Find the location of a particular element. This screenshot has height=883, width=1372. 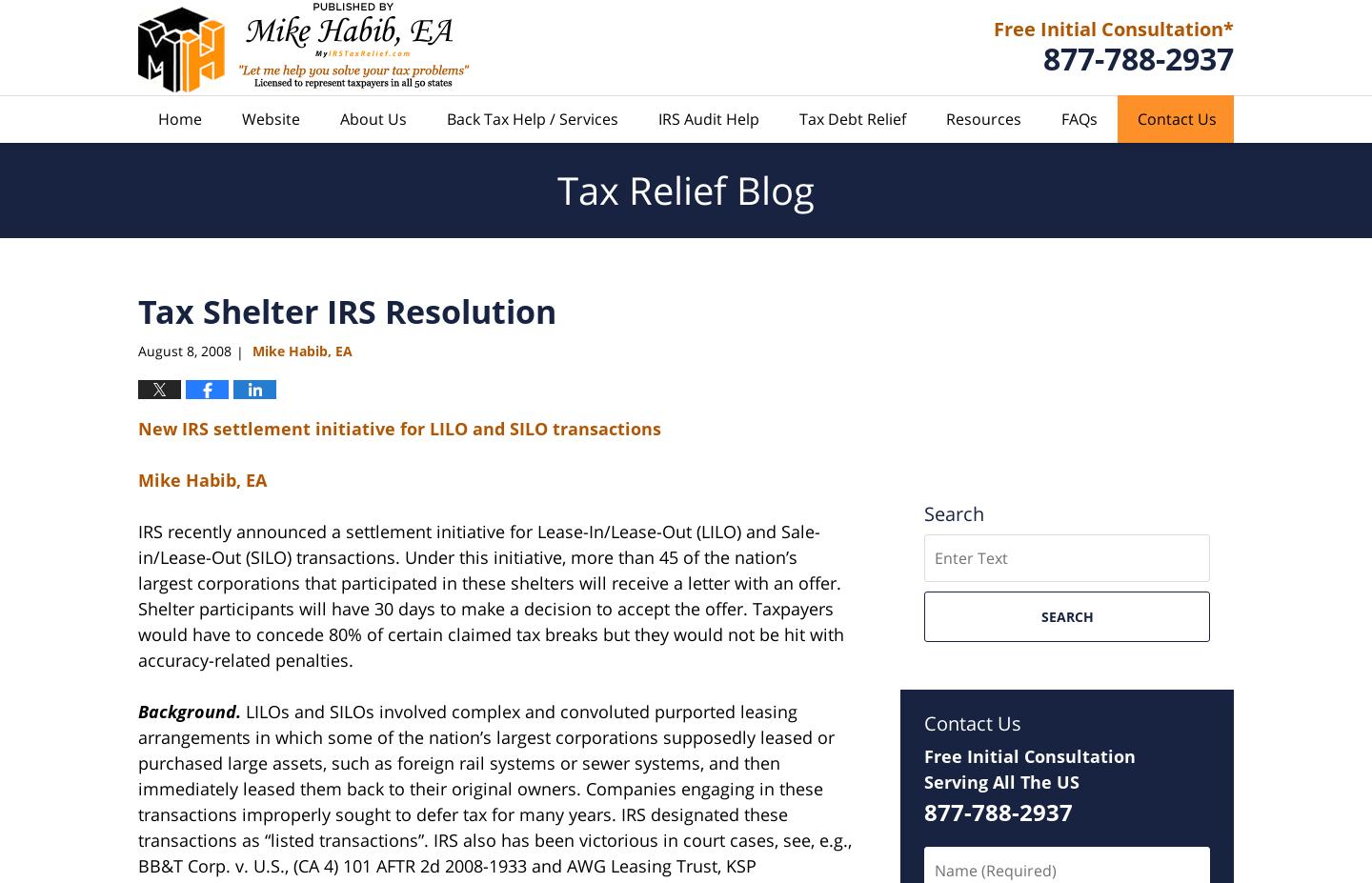

'Free Initial Consultation*' is located at coordinates (993, 27).